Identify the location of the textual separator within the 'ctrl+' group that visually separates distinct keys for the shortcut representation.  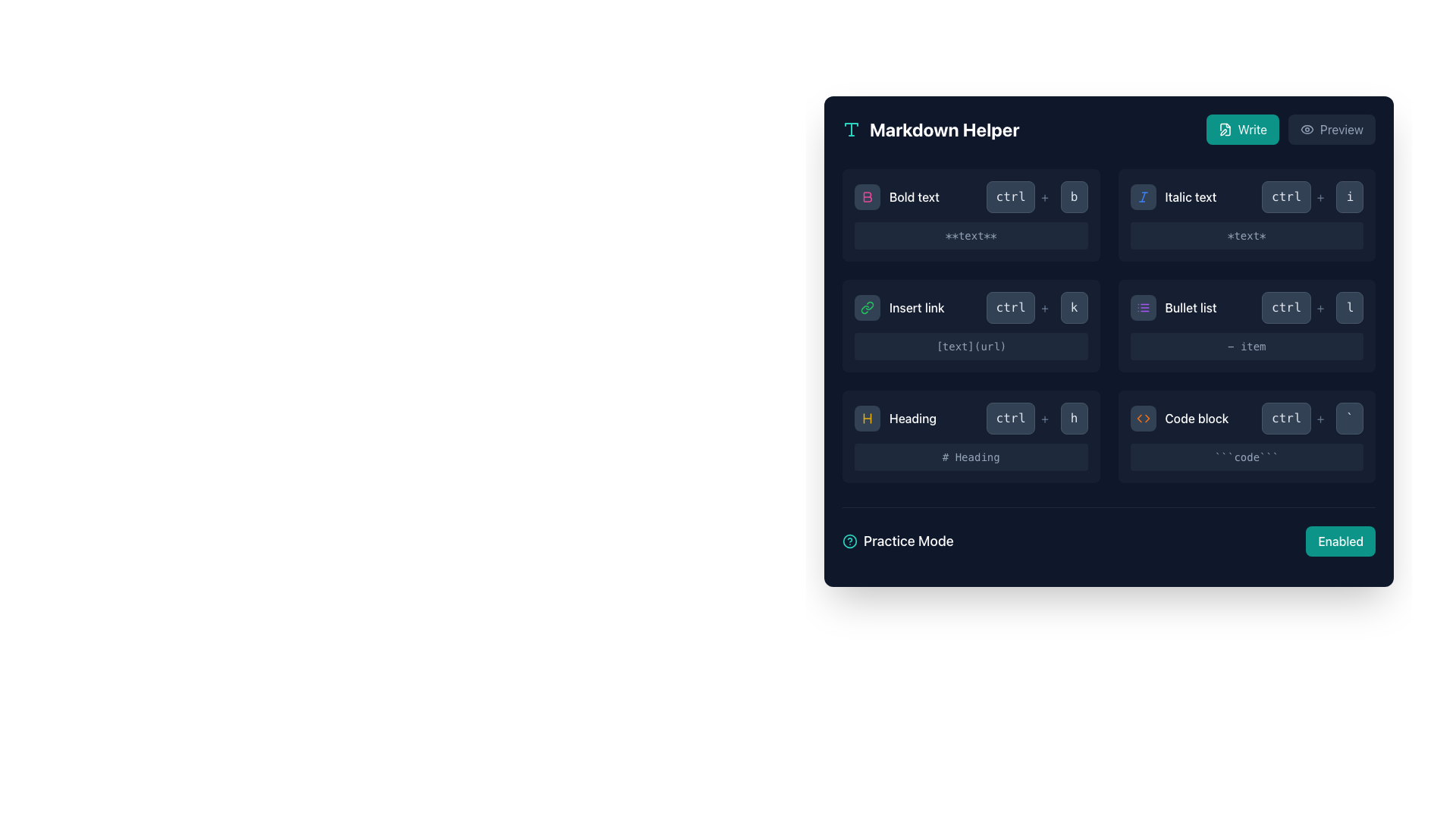
(1043, 196).